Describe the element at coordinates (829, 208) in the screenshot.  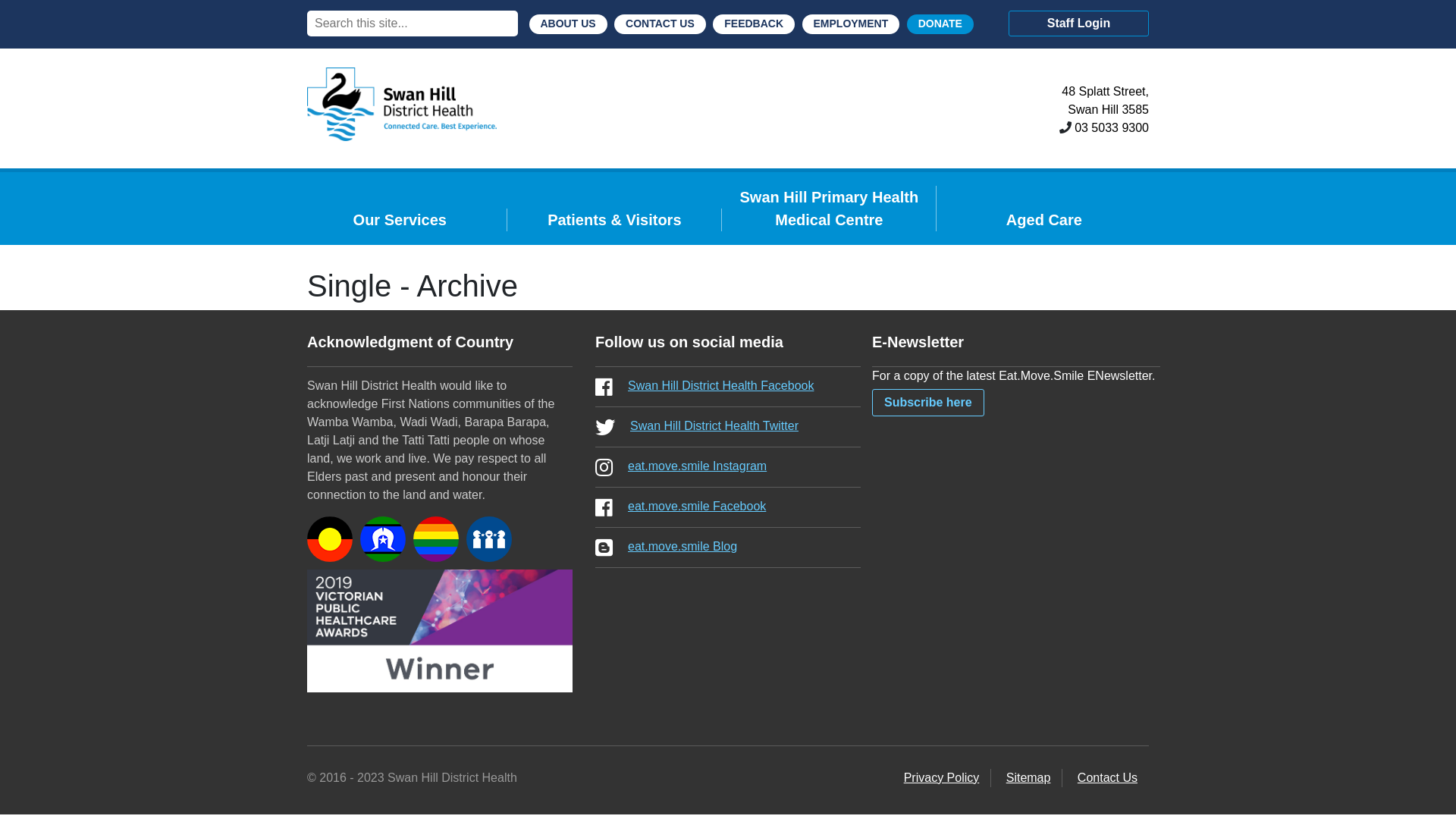
I see `'Swan Hill Primary Health Medical Centre'` at that location.